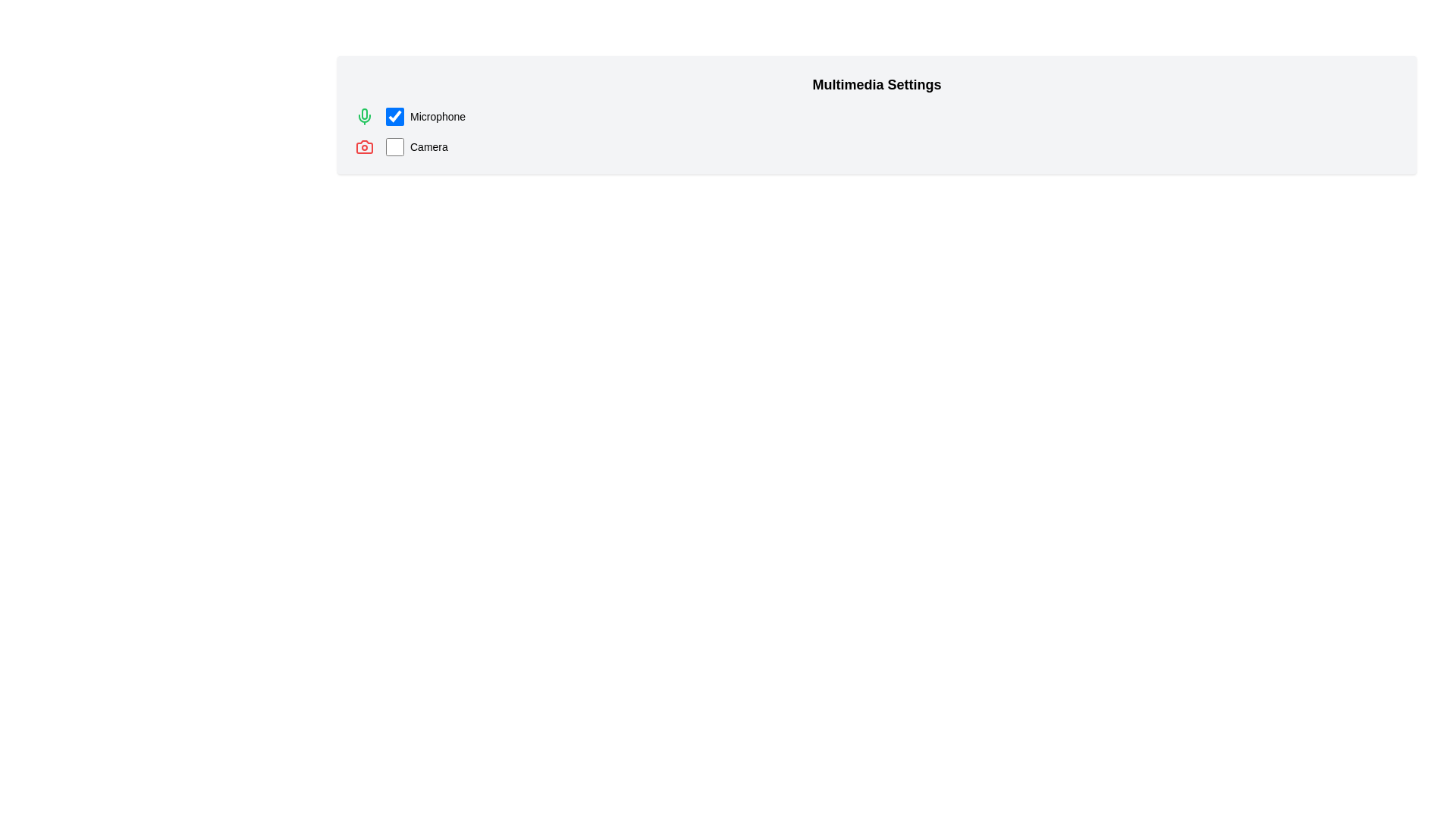 This screenshot has height=819, width=1456. I want to click on the label element that describes the adjacent checkbox, which is named 'Microphone', located centrally within the multimedia settings panel, so click(437, 116).